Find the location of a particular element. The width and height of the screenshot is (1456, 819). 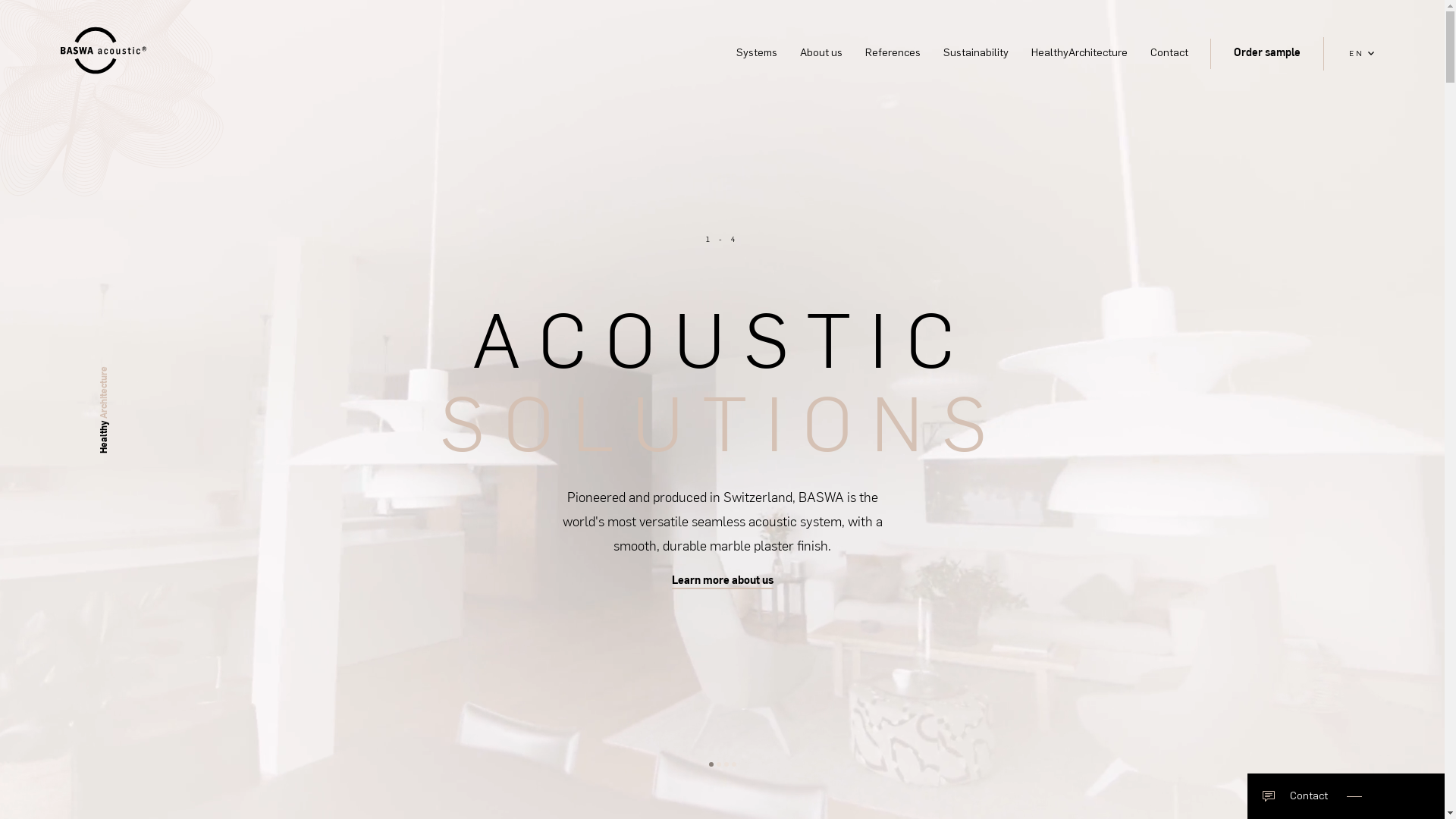

'HealthyArchitecture' is located at coordinates (1078, 52).